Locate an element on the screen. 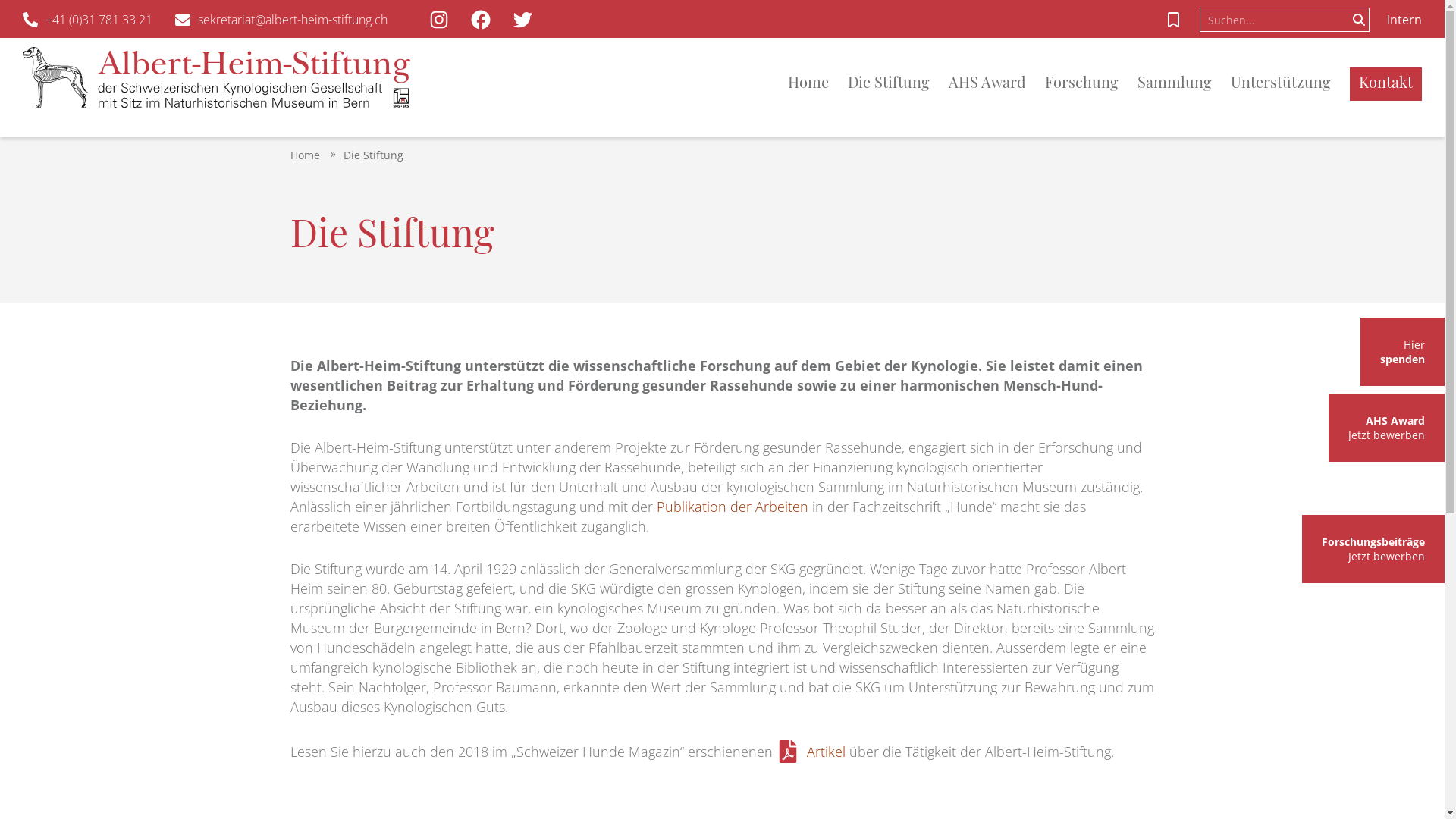 Image resolution: width=1456 pixels, height=819 pixels. 'Artikel' is located at coordinates (810, 752).